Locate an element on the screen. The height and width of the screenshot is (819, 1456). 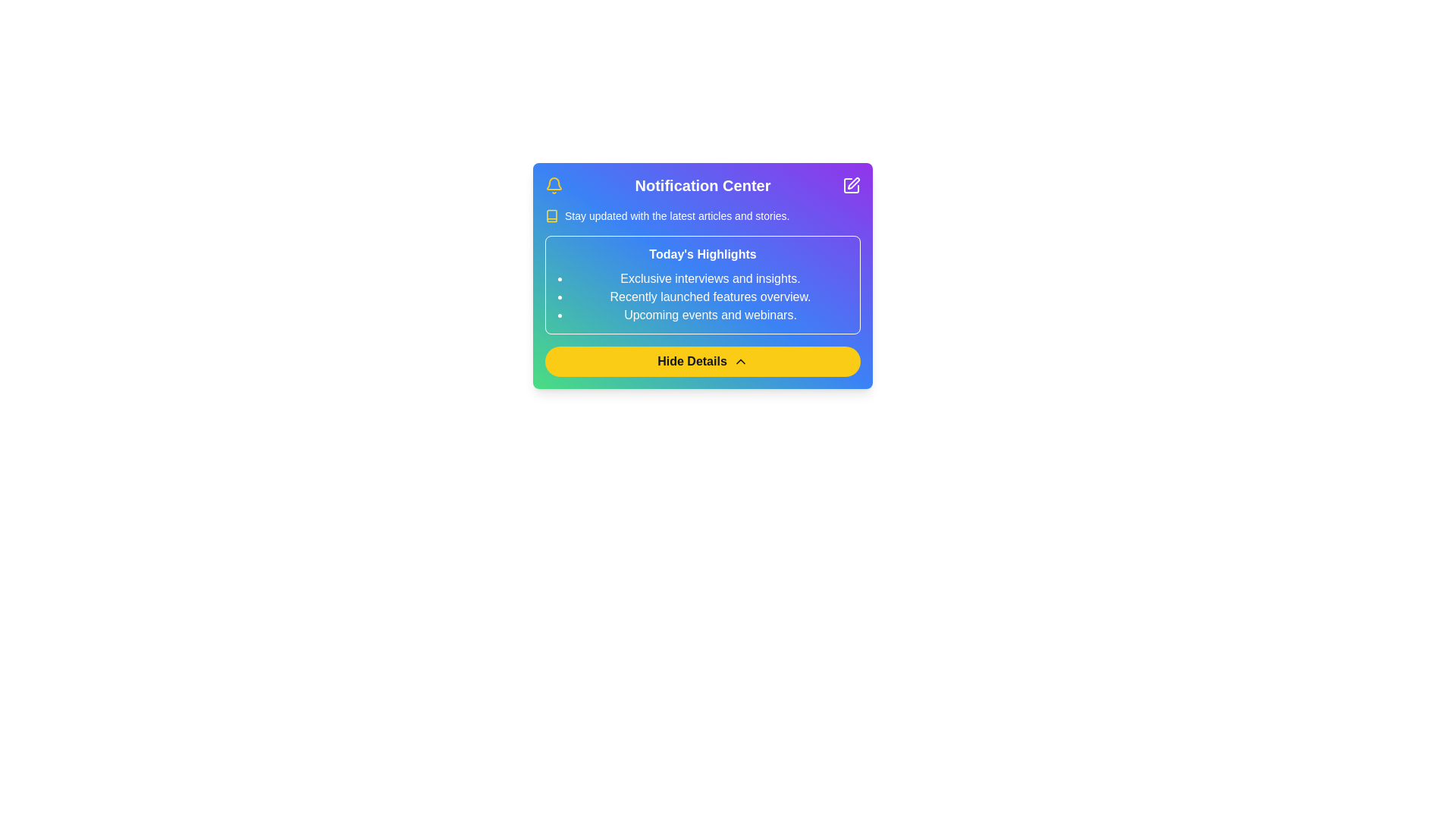
the pen icon located at the top-right corner of the Notification Center is located at coordinates (852, 185).